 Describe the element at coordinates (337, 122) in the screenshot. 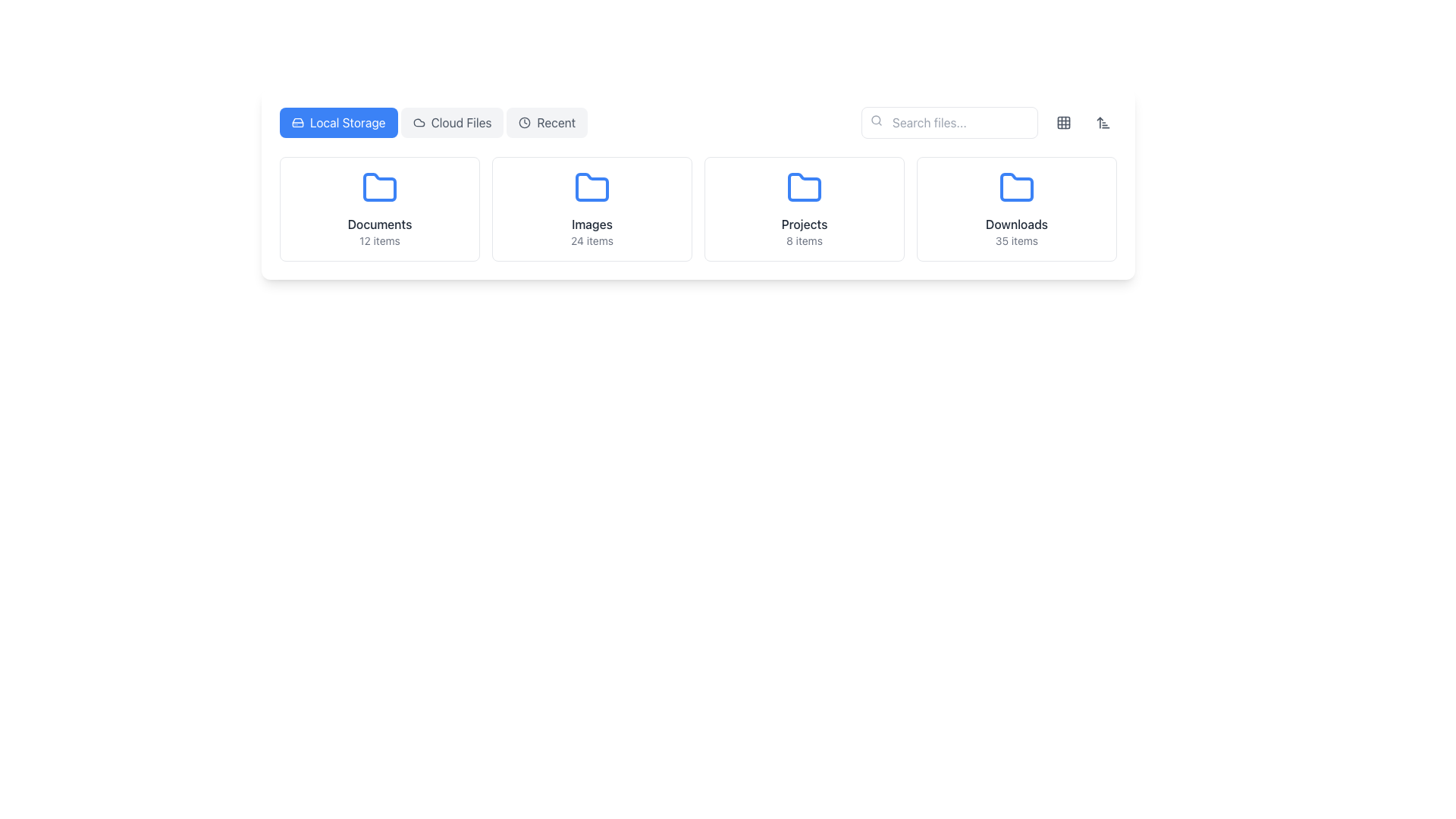

I see `the 'Local Storage' button, which is a blue rounded button with a hard drive icon and white text` at that location.